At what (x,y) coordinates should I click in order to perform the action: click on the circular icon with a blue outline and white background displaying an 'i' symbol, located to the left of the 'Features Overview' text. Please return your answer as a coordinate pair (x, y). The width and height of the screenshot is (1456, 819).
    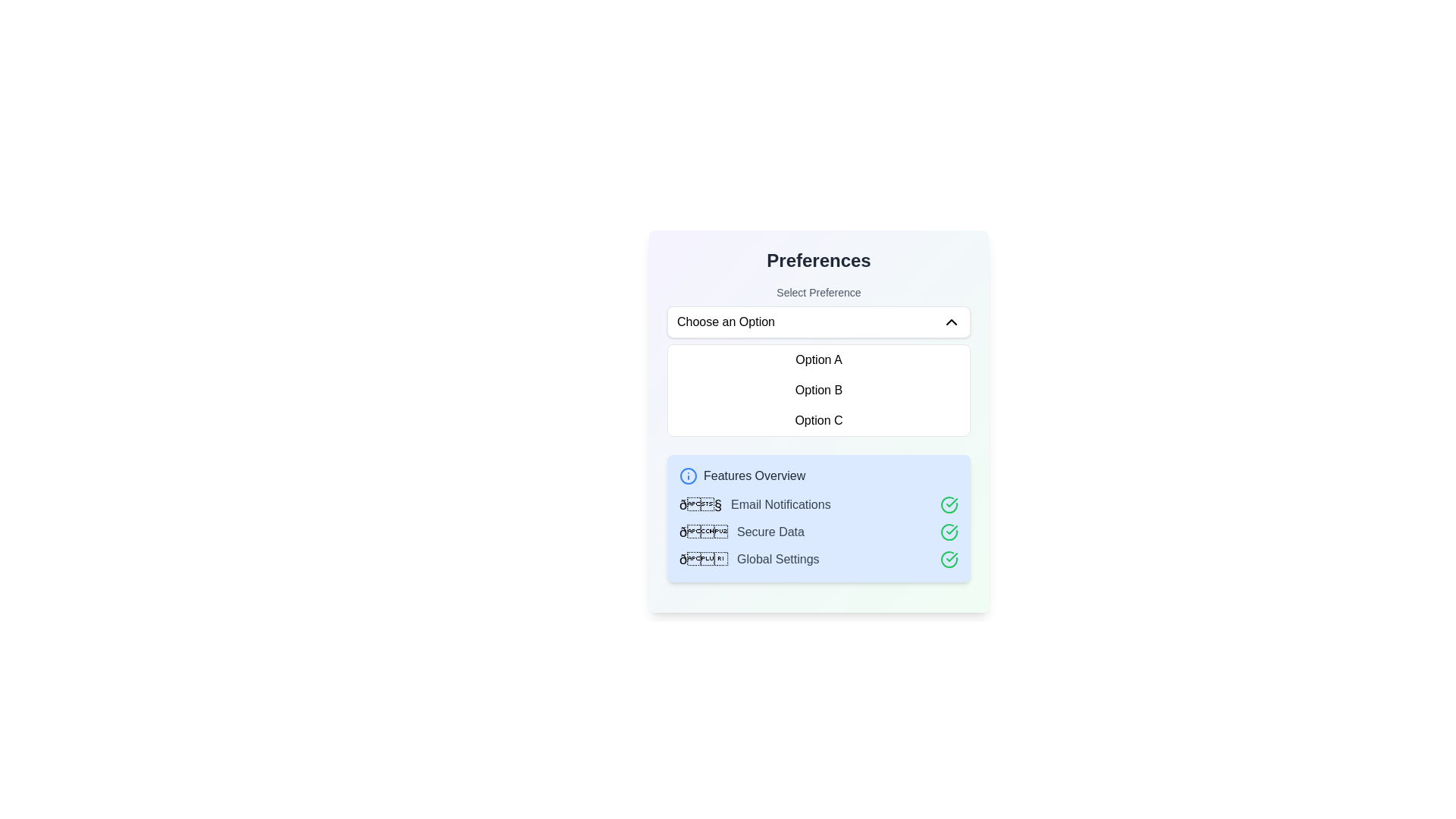
    Looking at the image, I should click on (687, 475).